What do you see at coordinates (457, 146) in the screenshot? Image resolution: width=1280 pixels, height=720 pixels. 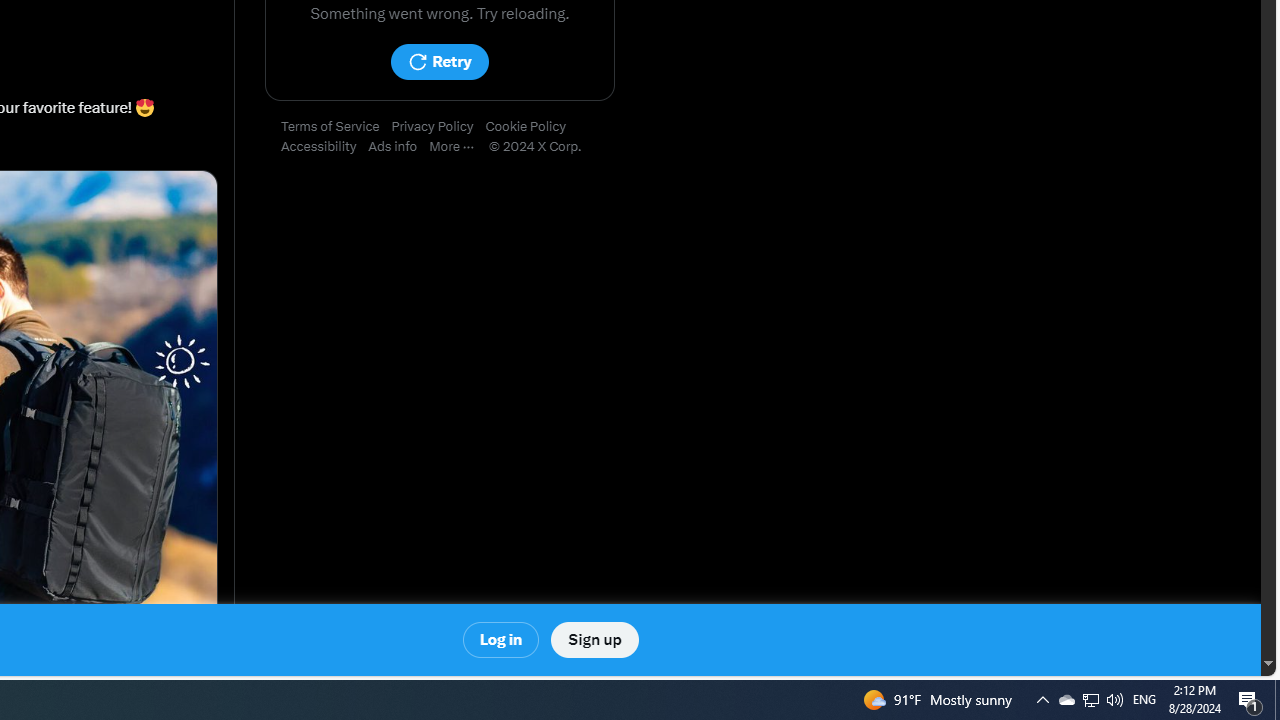 I see `'More'` at bounding box center [457, 146].